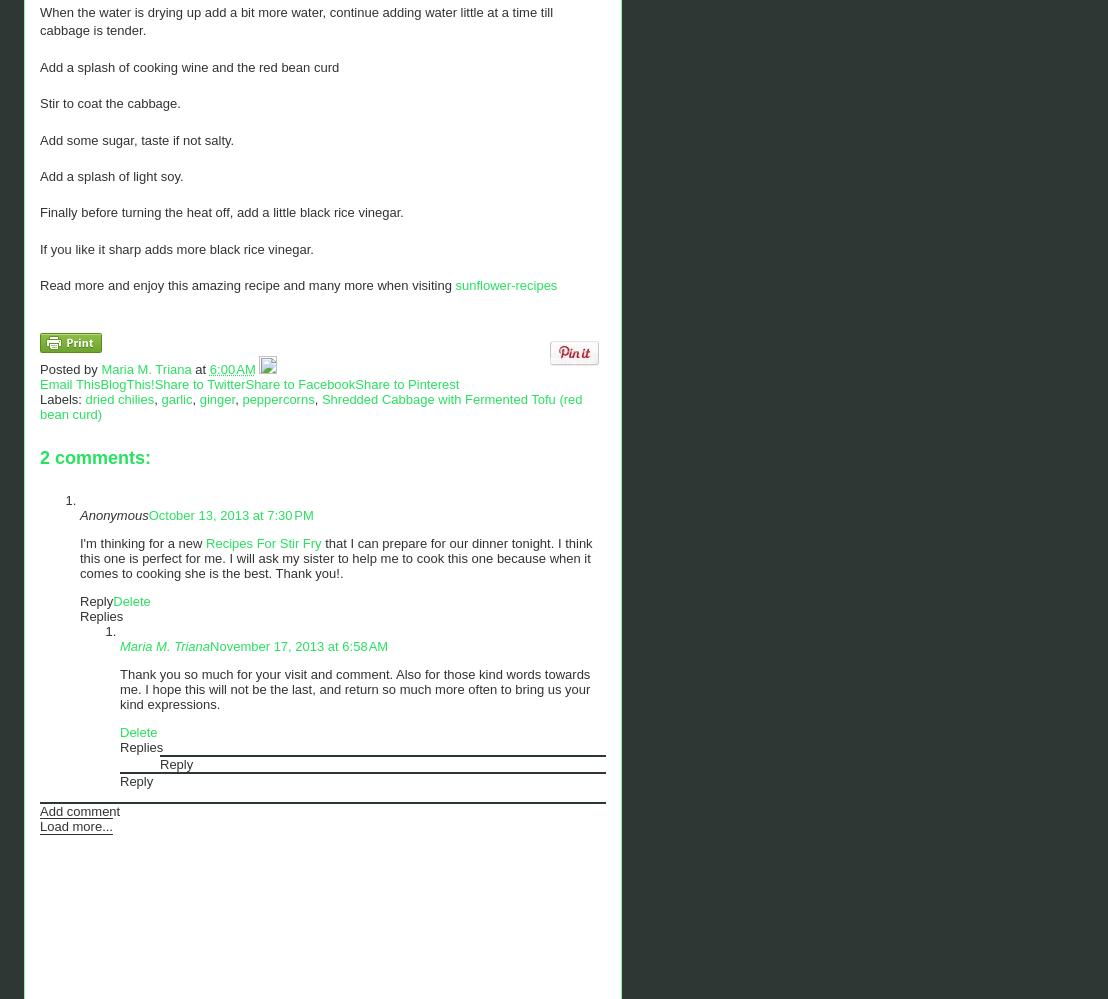 The image size is (1108, 999). I want to click on 'Anonymous', so click(114, 513).